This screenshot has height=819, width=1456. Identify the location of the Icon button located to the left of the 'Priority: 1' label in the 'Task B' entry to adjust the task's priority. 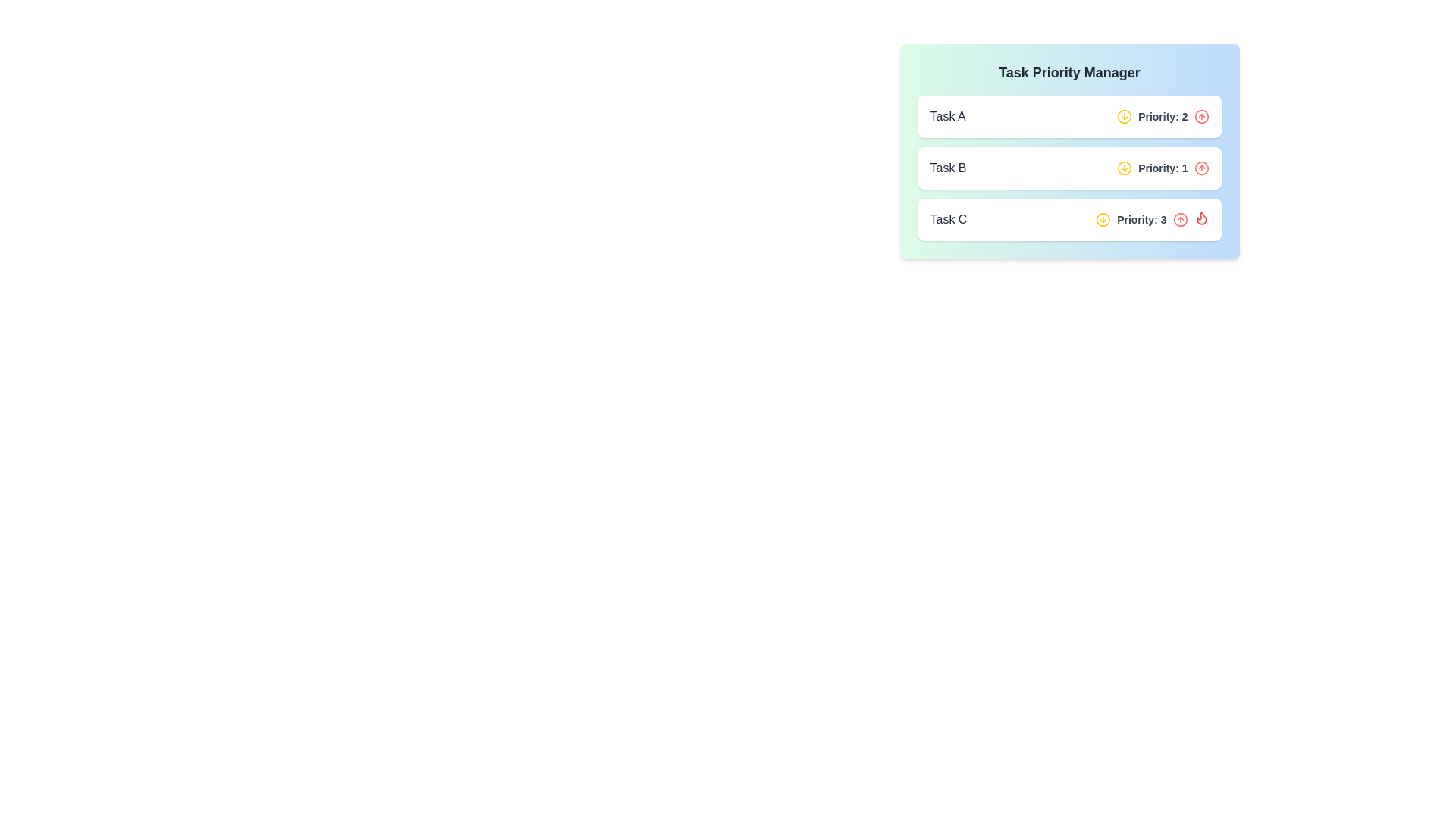
(1125, 168).